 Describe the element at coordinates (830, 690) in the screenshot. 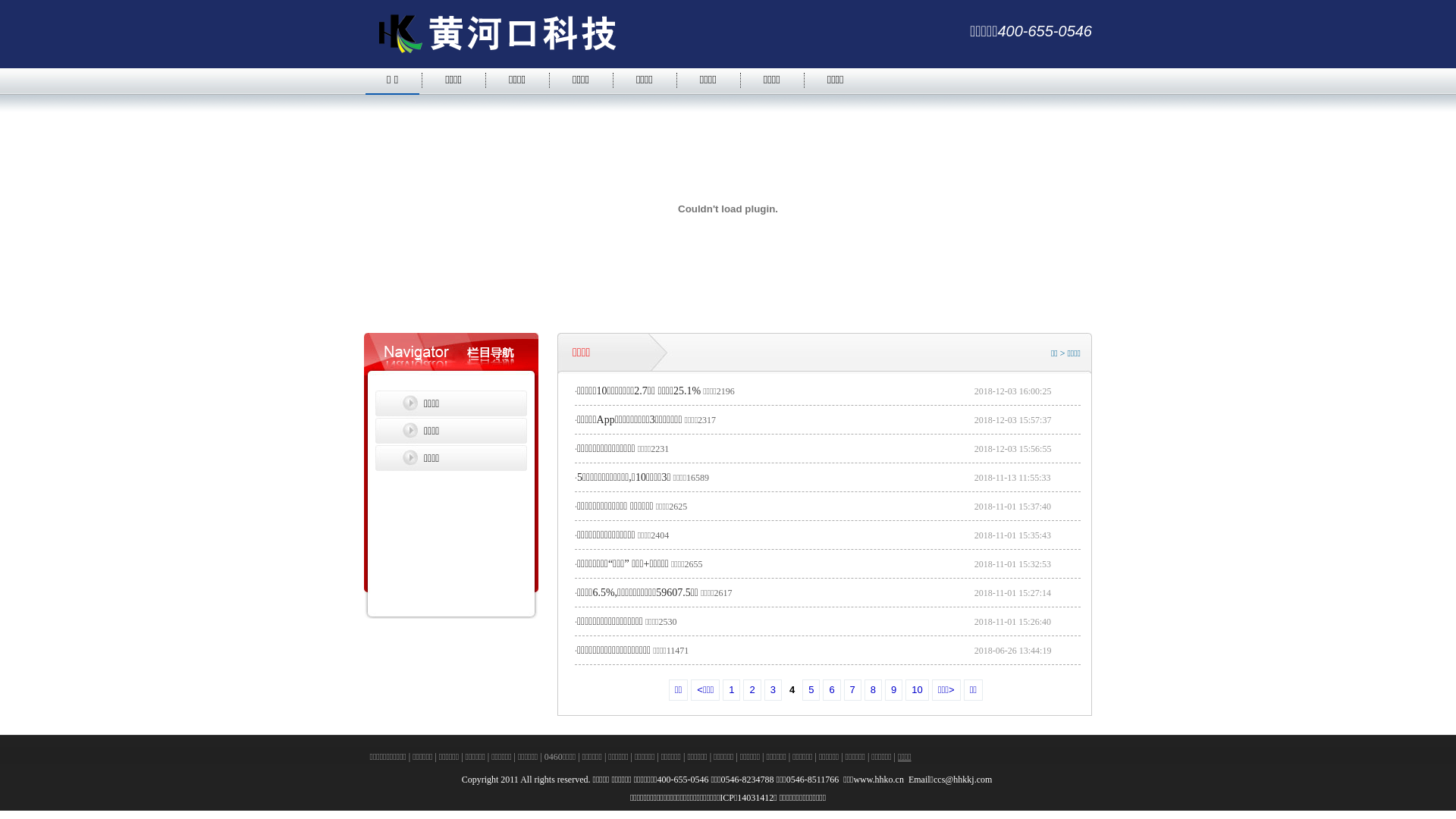

I see `'6'` at that location.